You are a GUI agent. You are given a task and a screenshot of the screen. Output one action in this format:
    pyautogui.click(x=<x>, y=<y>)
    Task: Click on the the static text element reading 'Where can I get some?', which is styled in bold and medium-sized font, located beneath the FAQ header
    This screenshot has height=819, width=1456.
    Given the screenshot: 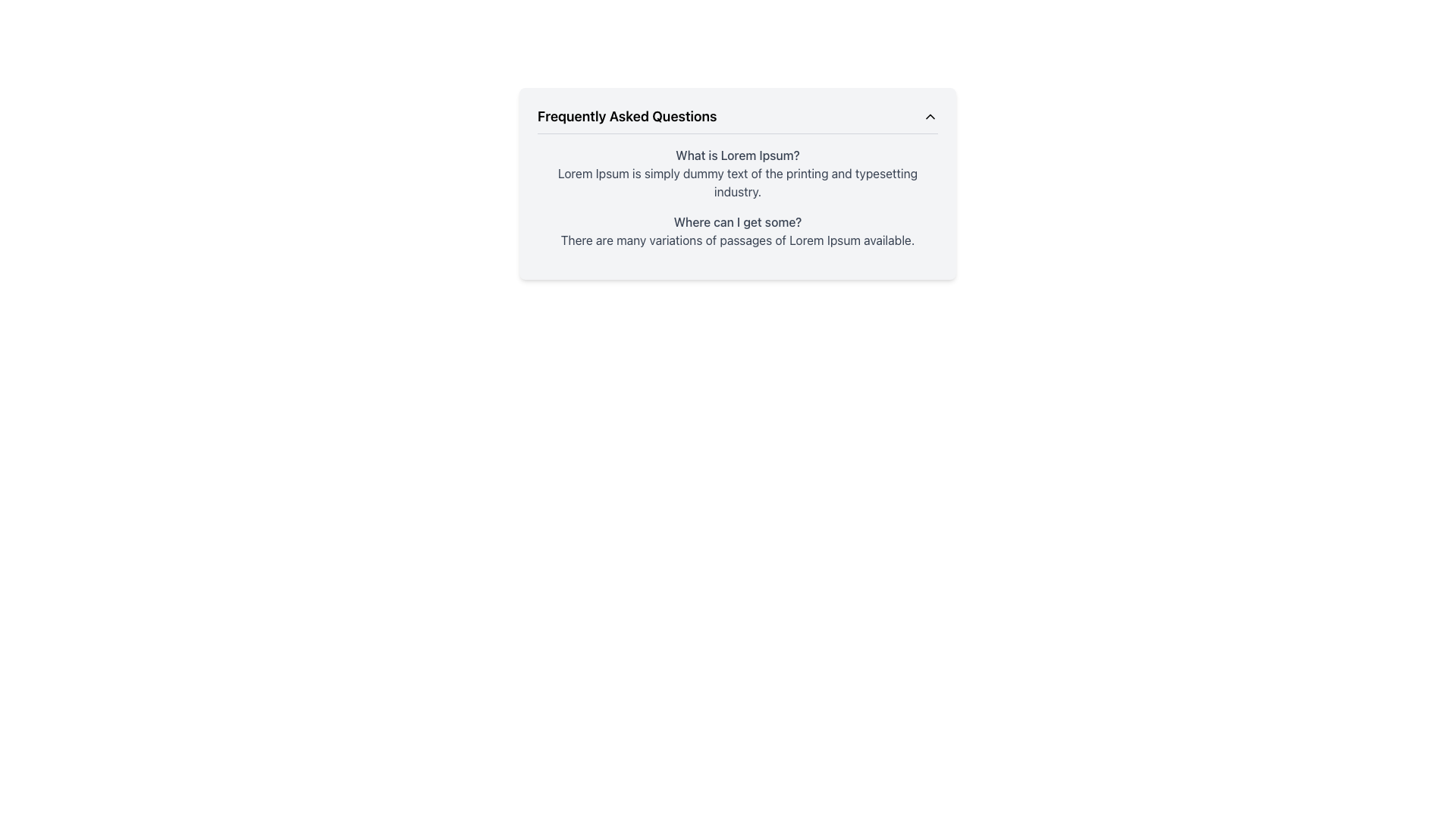 What is the action you would take?
    pyautogui.click(x=738, y=222)
    